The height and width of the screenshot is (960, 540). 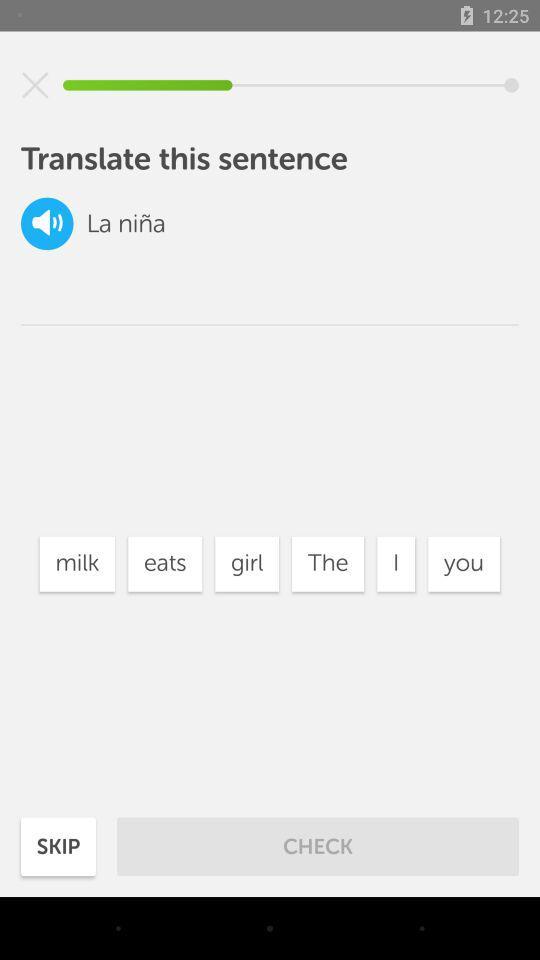 What do you see at coordinates (247, 564) in the screenshot?
I see `icon to the left of the the` at bounding box center [247, 564].